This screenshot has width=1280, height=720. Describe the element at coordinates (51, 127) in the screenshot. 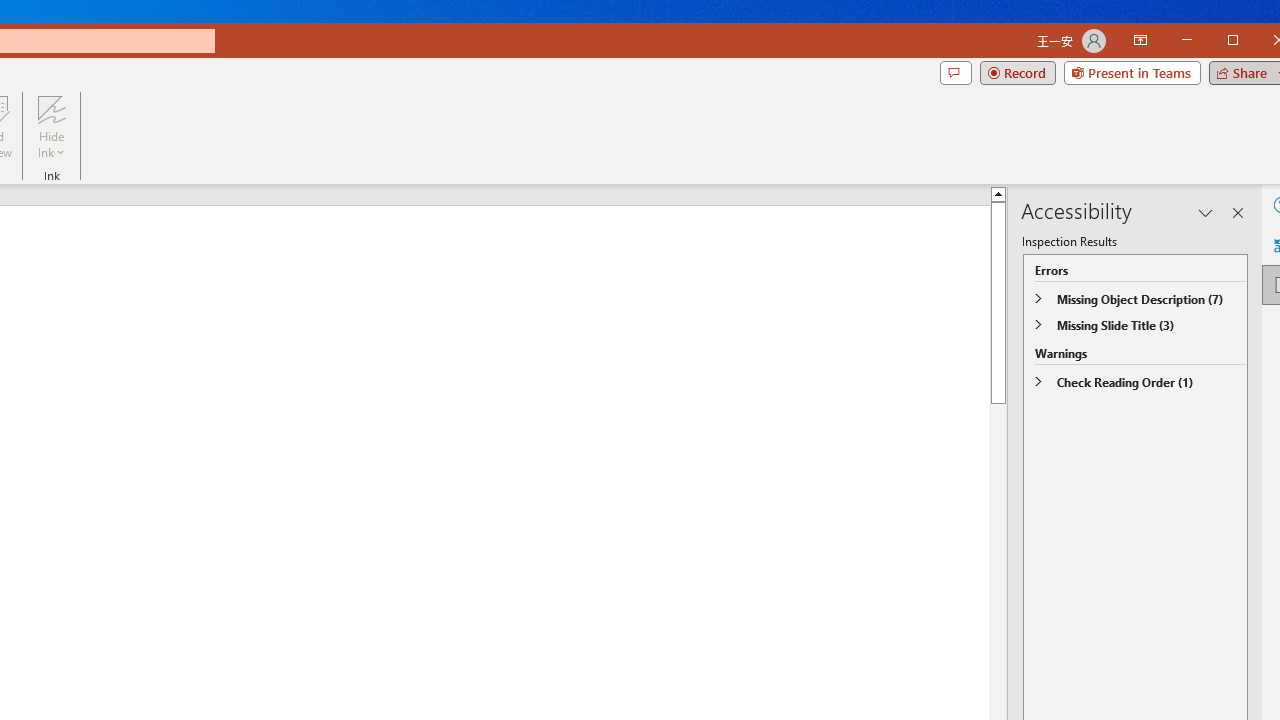

I see `'Hide Ink'` at that location.